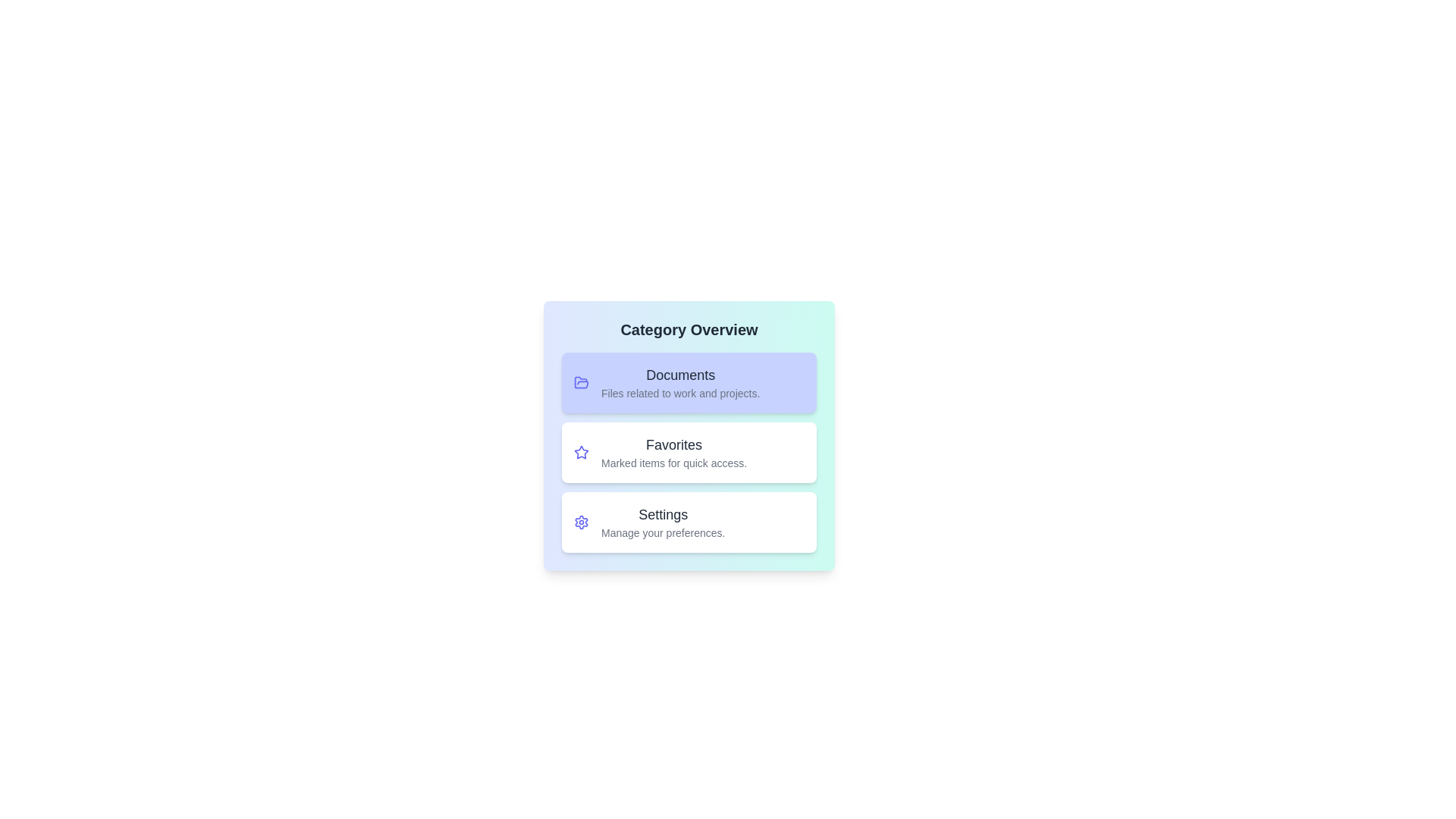 Image resolution: width=1456 pixels, height=819 pixels. I want to click on the category Favorites to observe the hover effect, so click(688, 452).